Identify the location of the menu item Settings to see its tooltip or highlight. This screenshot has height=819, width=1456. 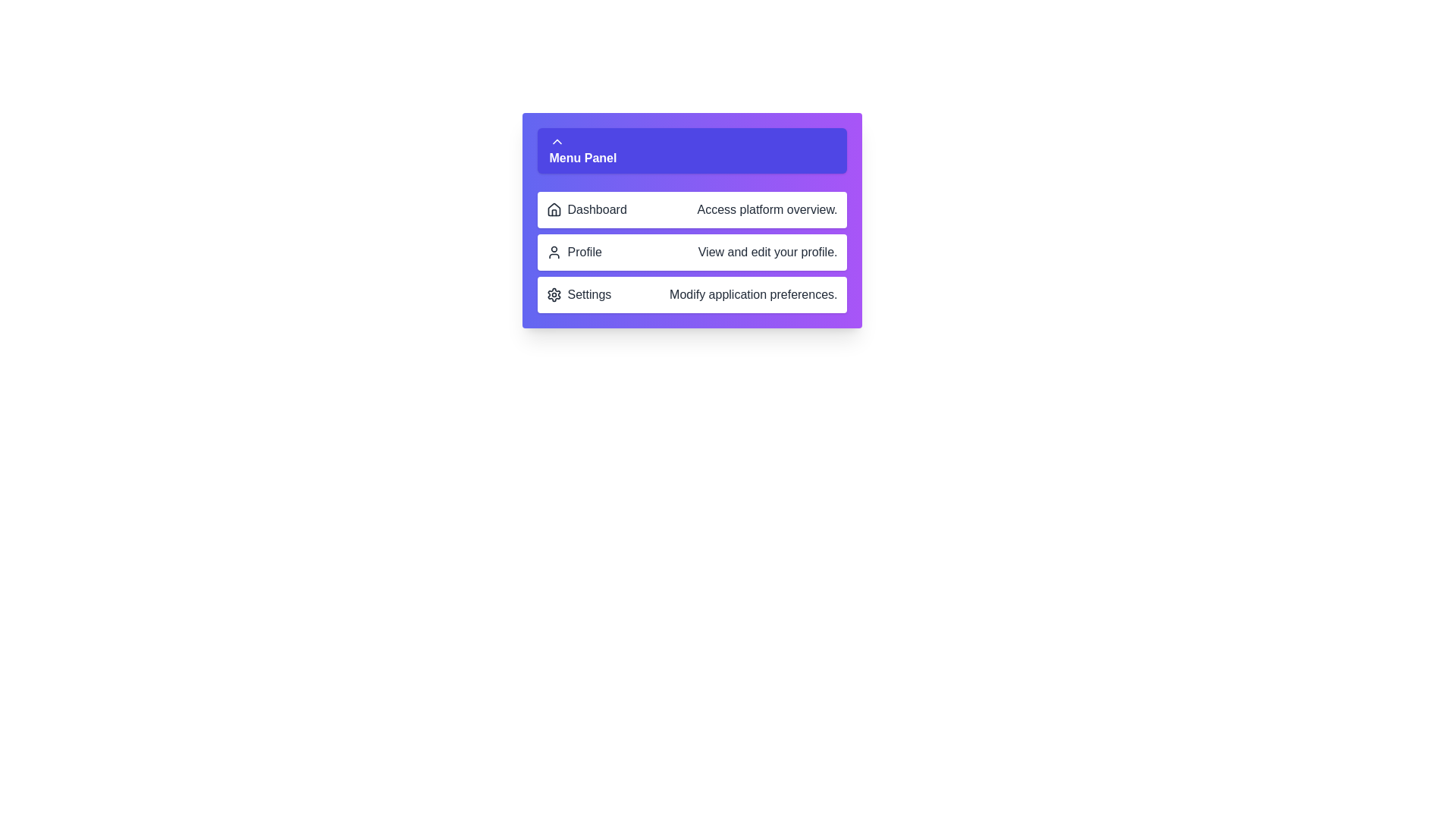
(691, 295).